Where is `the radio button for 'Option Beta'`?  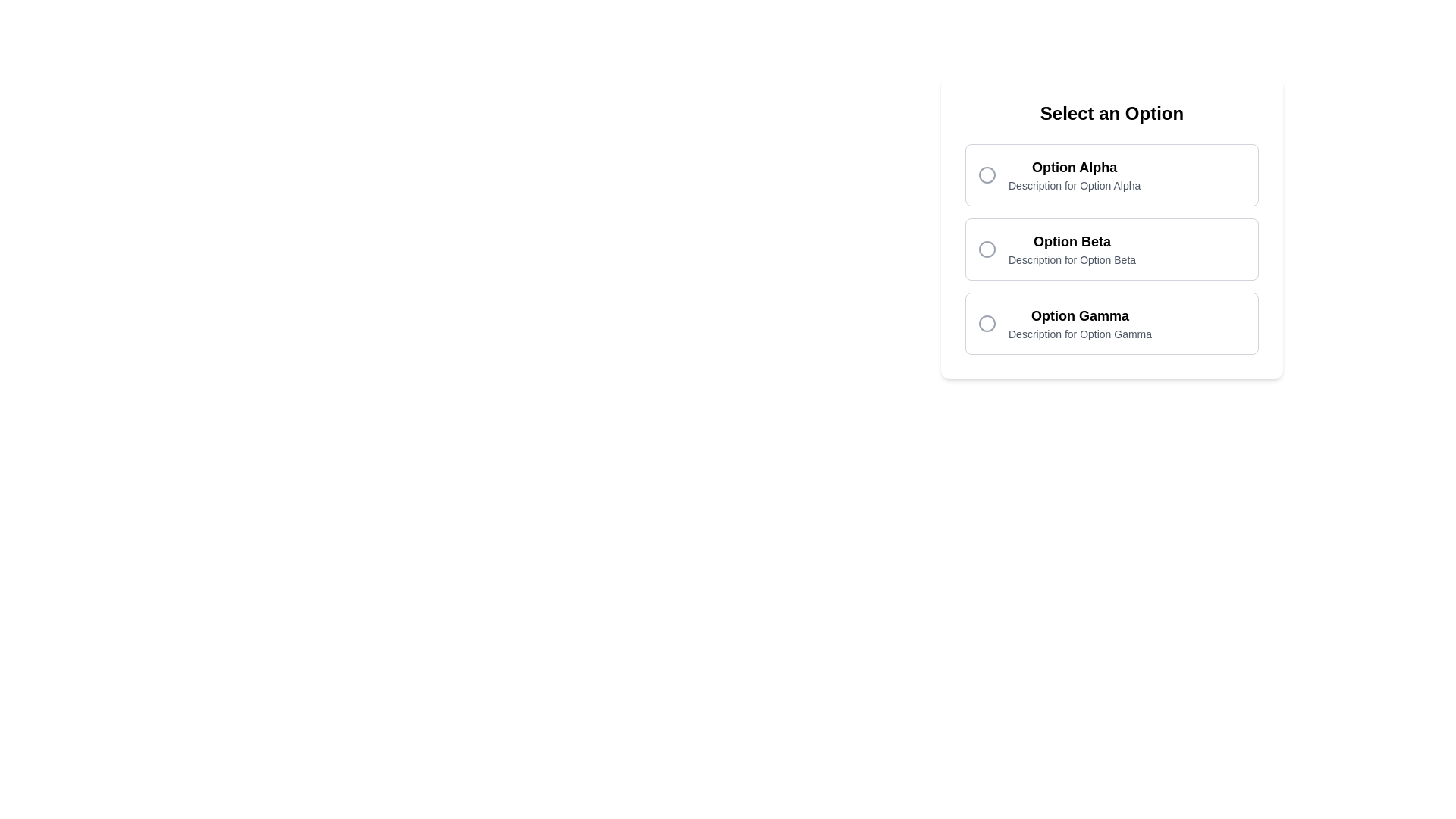 the radio button for 'Option Beta' is located at coordinates (987, 248).